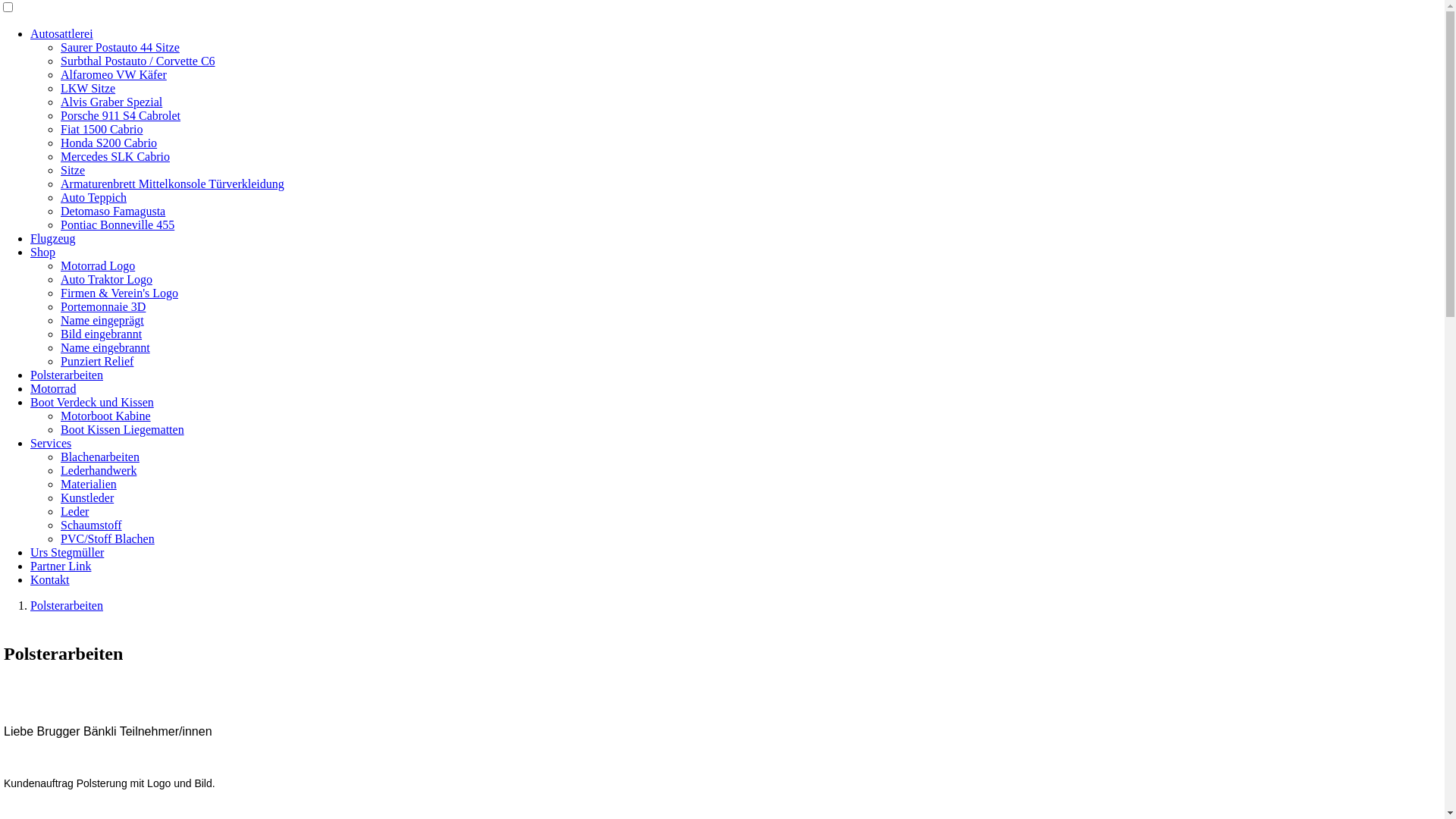 The image size is (1456, 819). Describe the element at coordinates (99, 456) in the screenshot. I see `'Blachenarbeiten'` at that location.